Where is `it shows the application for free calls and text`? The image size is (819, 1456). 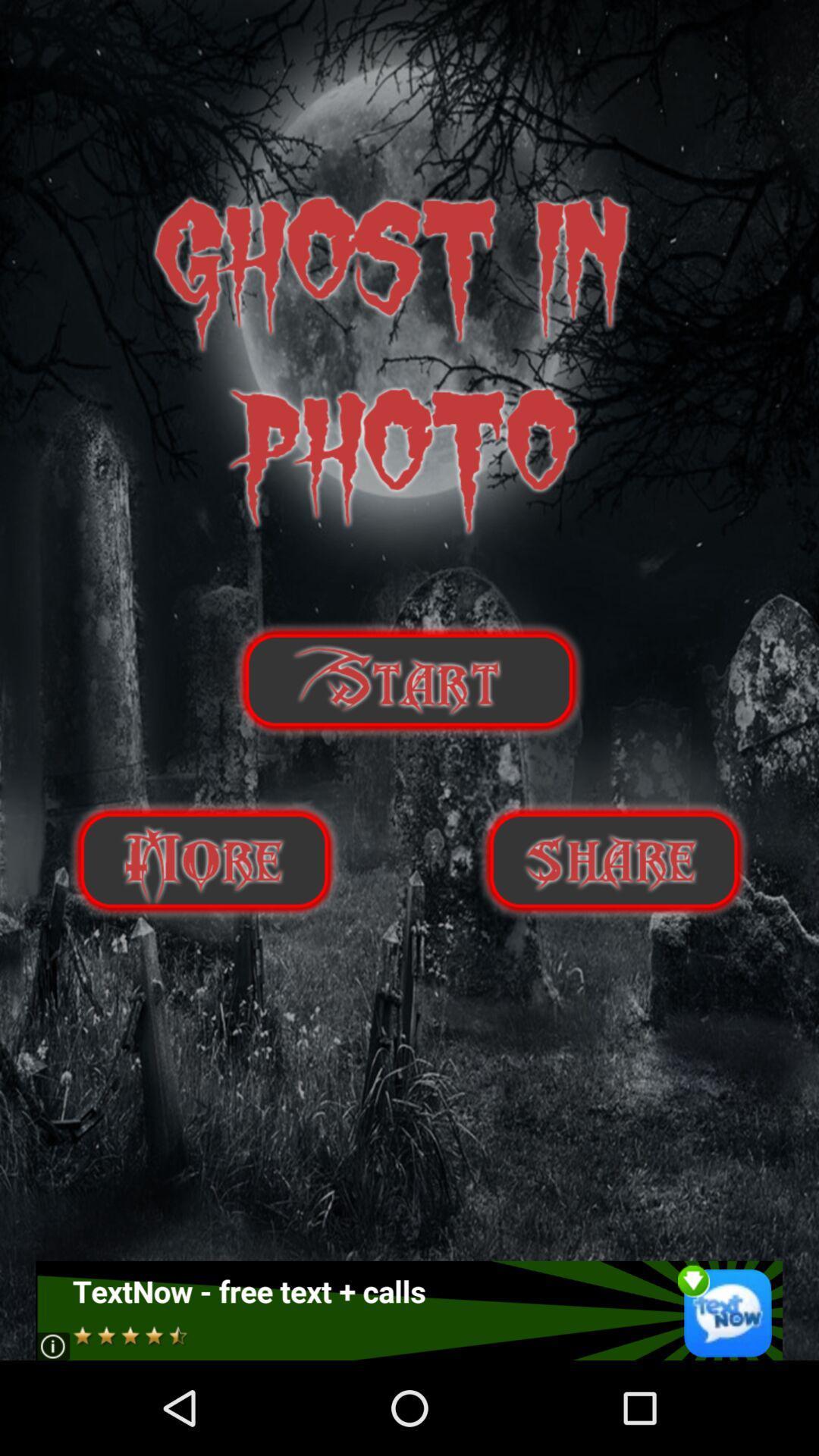
it shows the application for free calls and text is located at coordinates (408, 1310).